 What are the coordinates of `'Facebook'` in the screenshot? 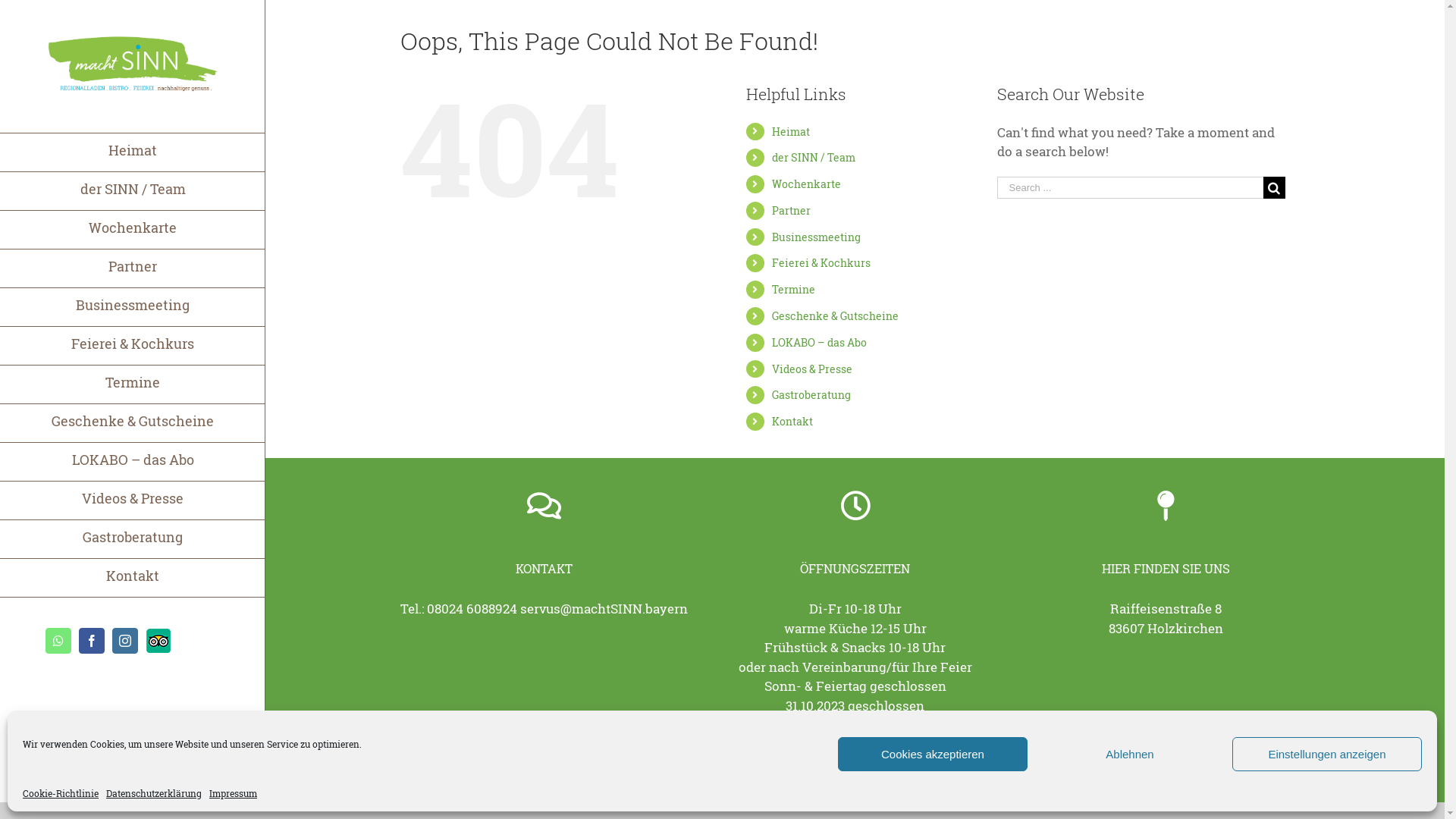 It's located at (78, 640).